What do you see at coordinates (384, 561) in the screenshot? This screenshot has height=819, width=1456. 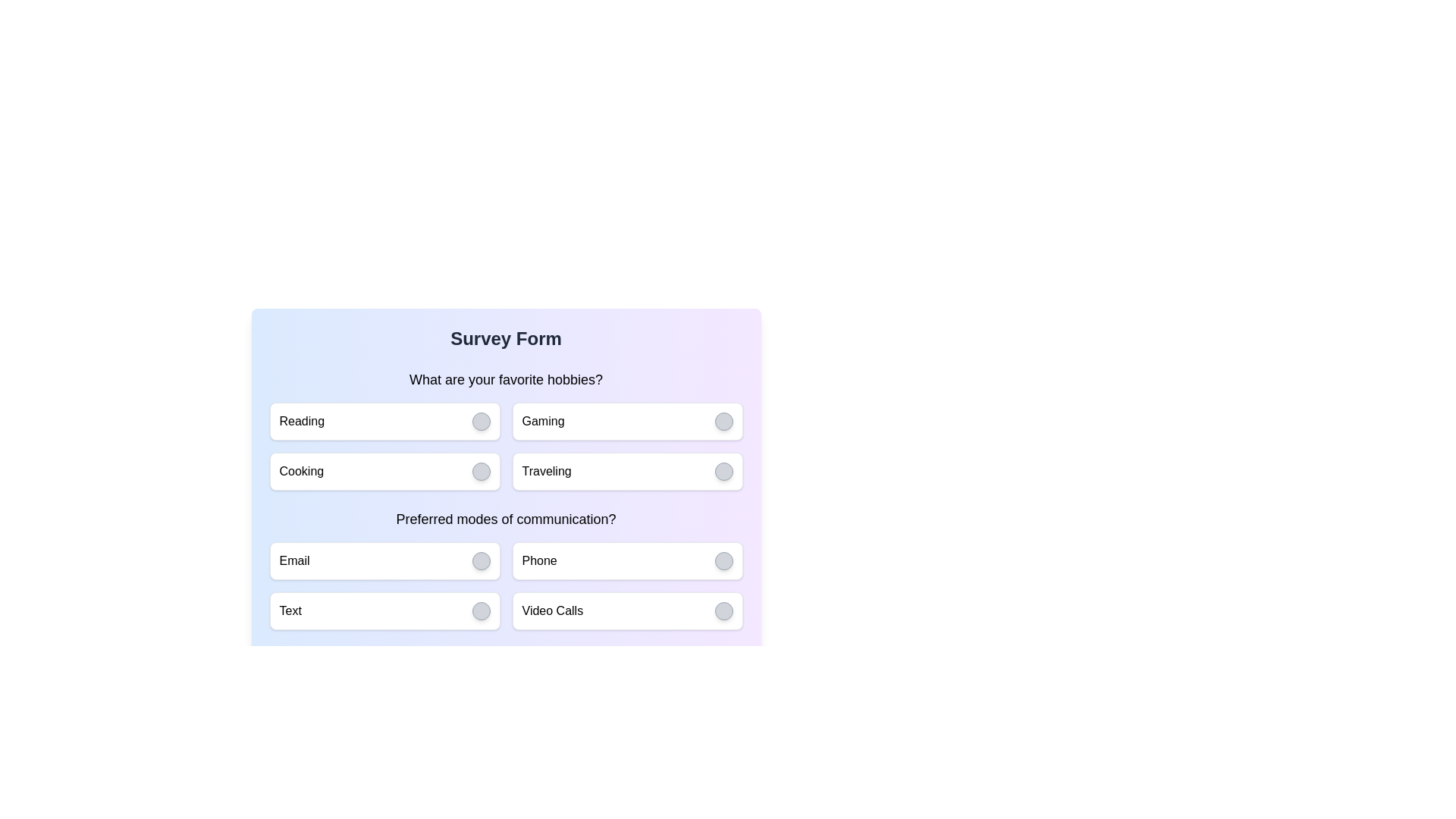 I see `the 'Email' radio button` at bounding box center [384, 561].